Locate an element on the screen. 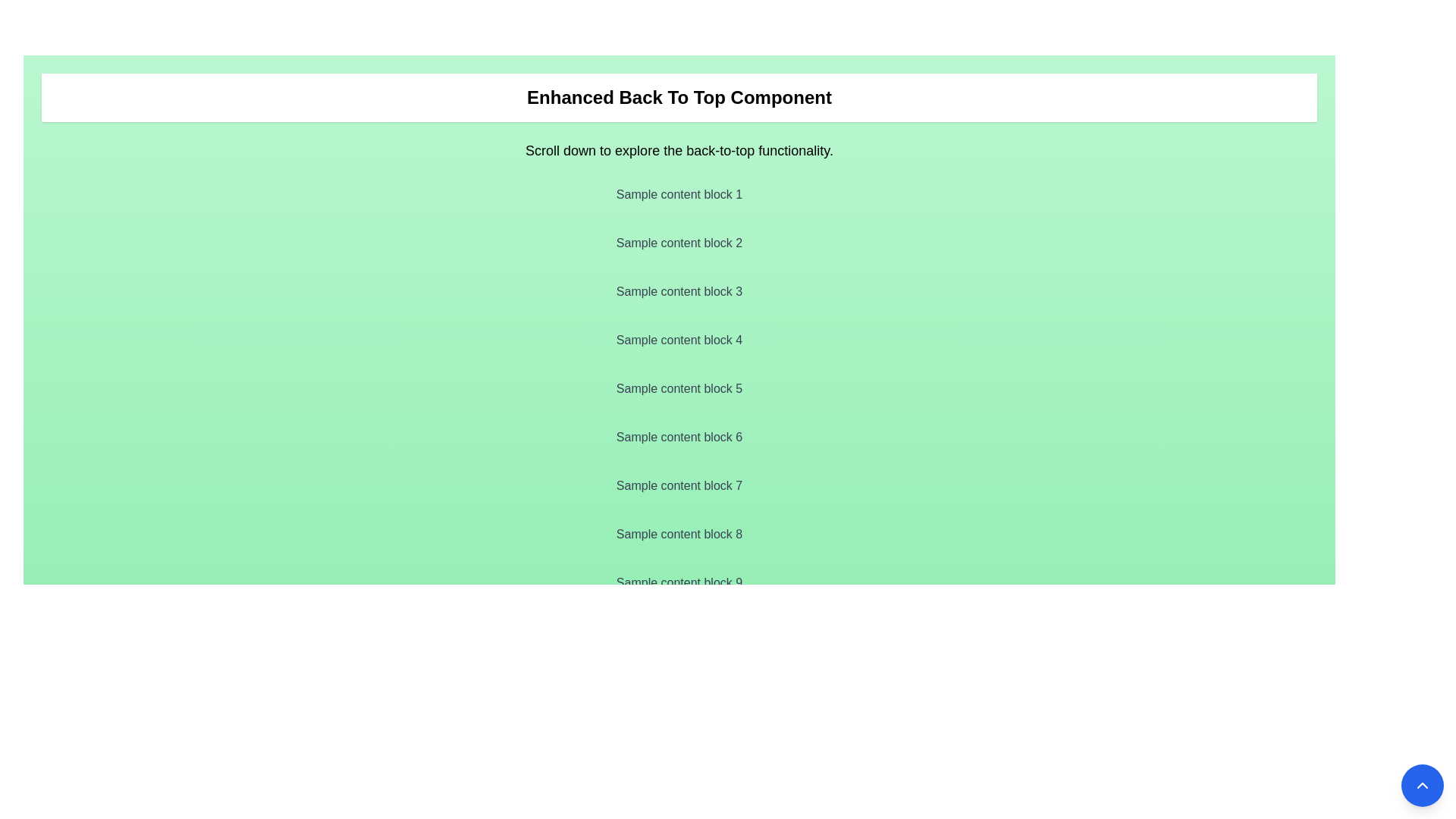  the sixth text content block in the vertical list is located at coordinates (679, 438).